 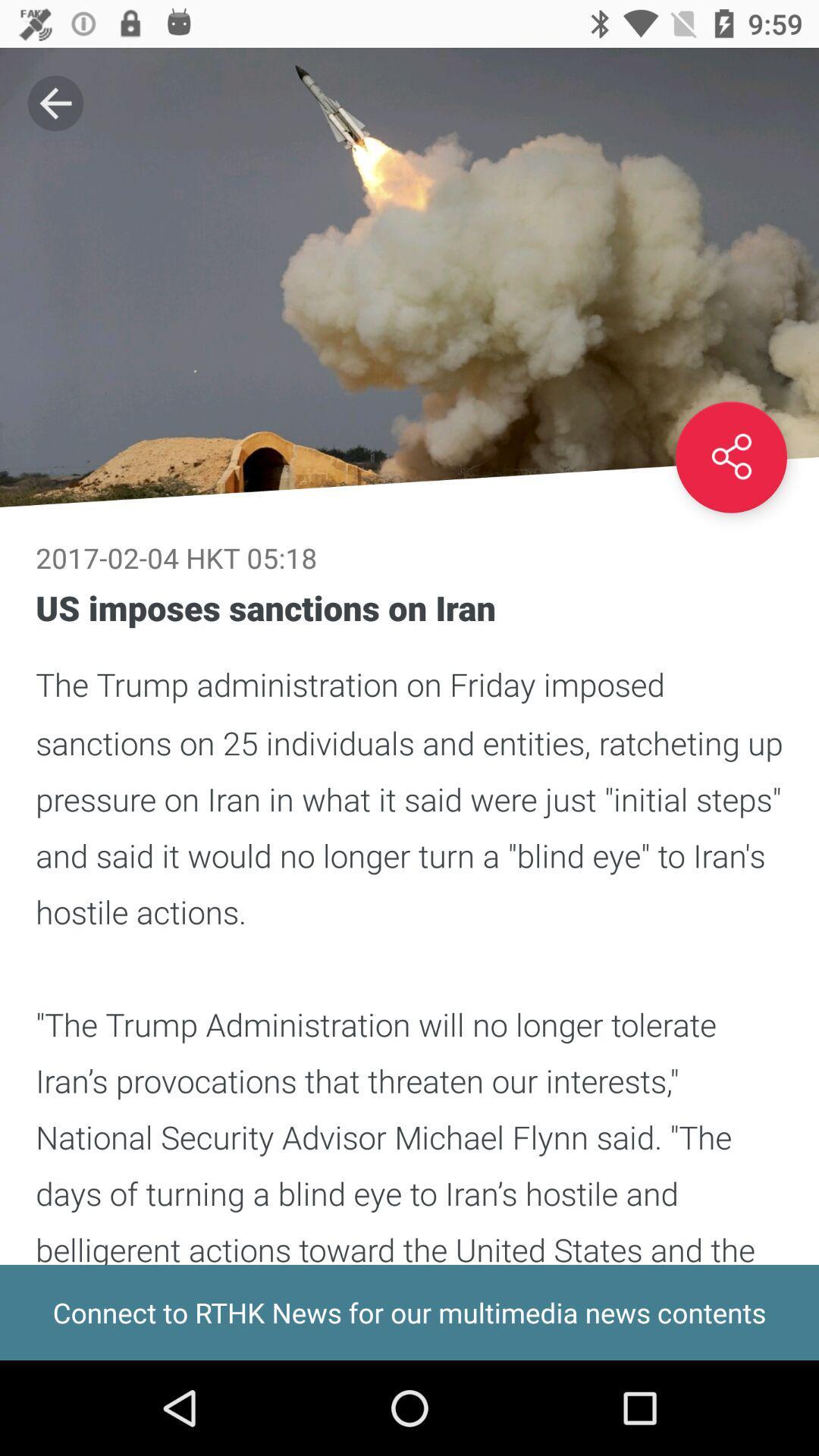 I want to click on the app next to the news item, so click(x=55, y=102).